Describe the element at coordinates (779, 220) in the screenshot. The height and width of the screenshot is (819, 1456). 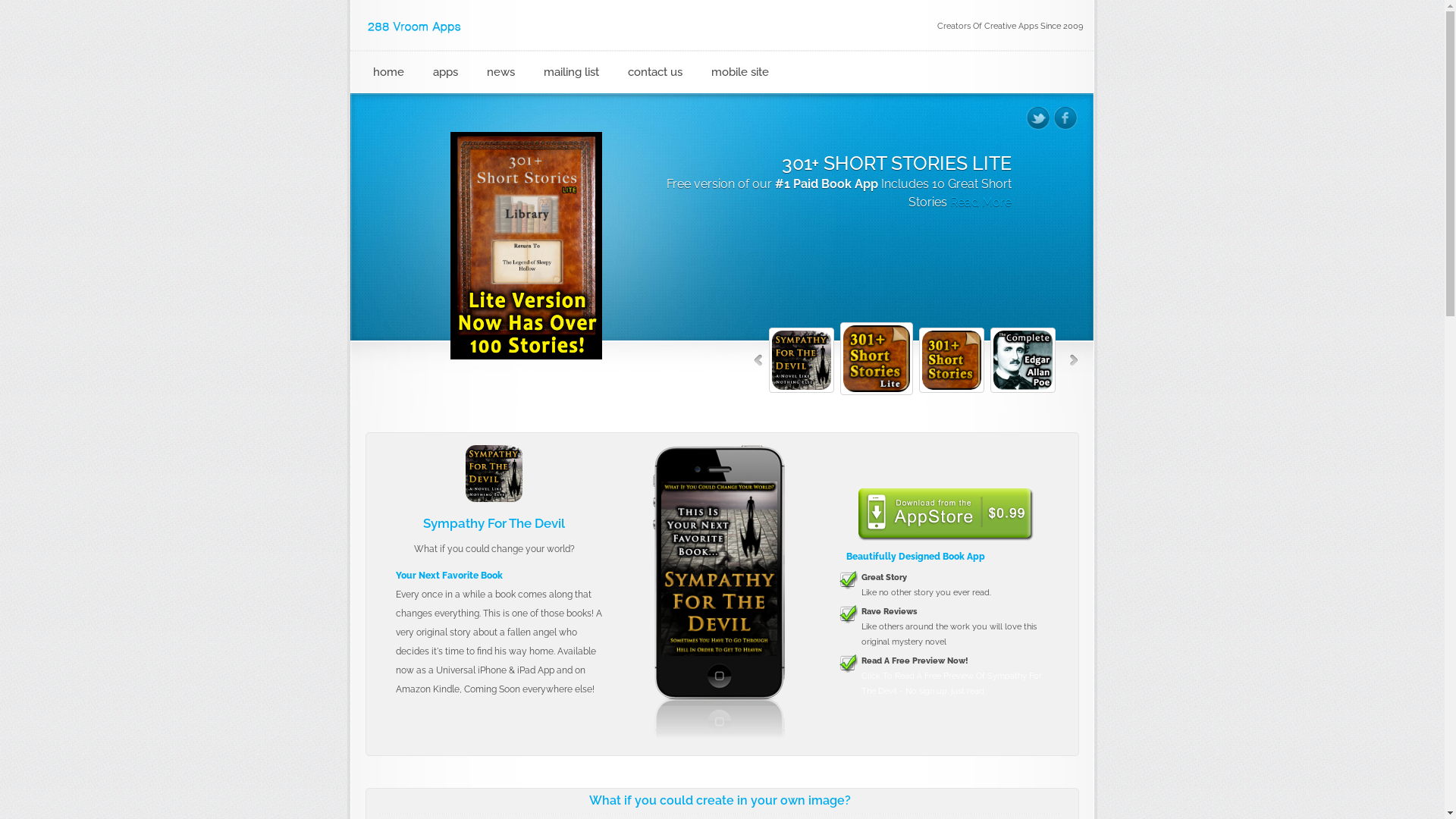
I see `'Read More'` at that location.